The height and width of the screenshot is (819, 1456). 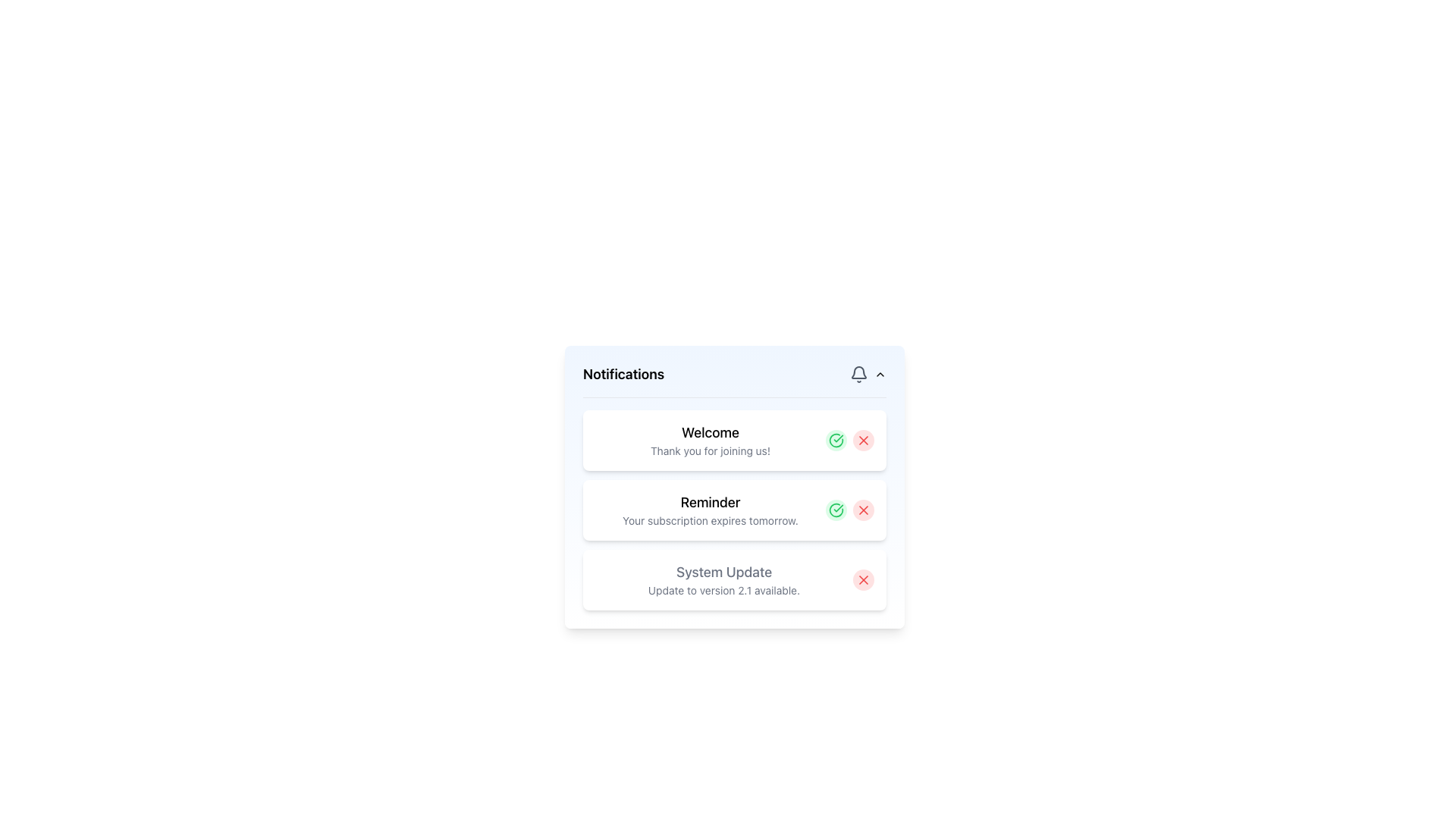 I want to click on the text label reading 'Update to version 2.1 available.' which is located below the 'System Update' text in the notification card, so click(x=723, y=590).